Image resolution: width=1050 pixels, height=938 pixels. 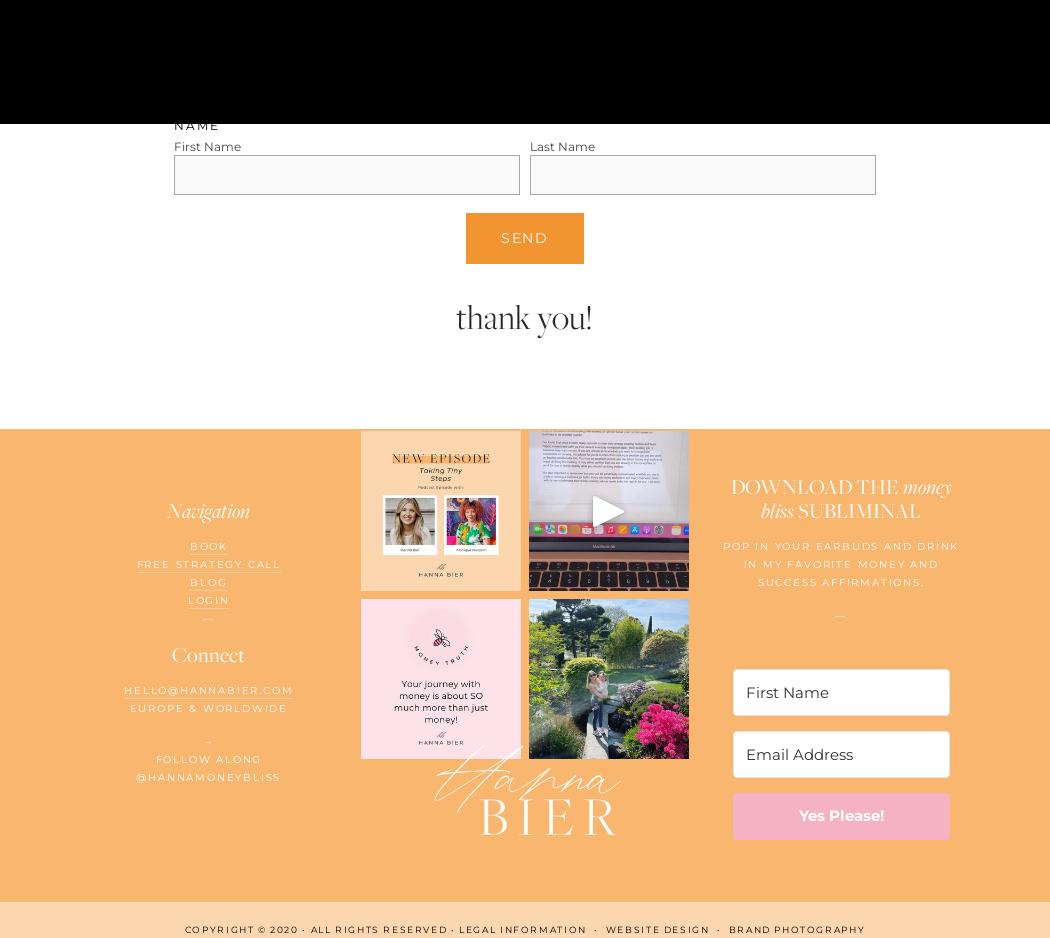 I want to click on 'Brand Photography', so click(x=795, y=927).